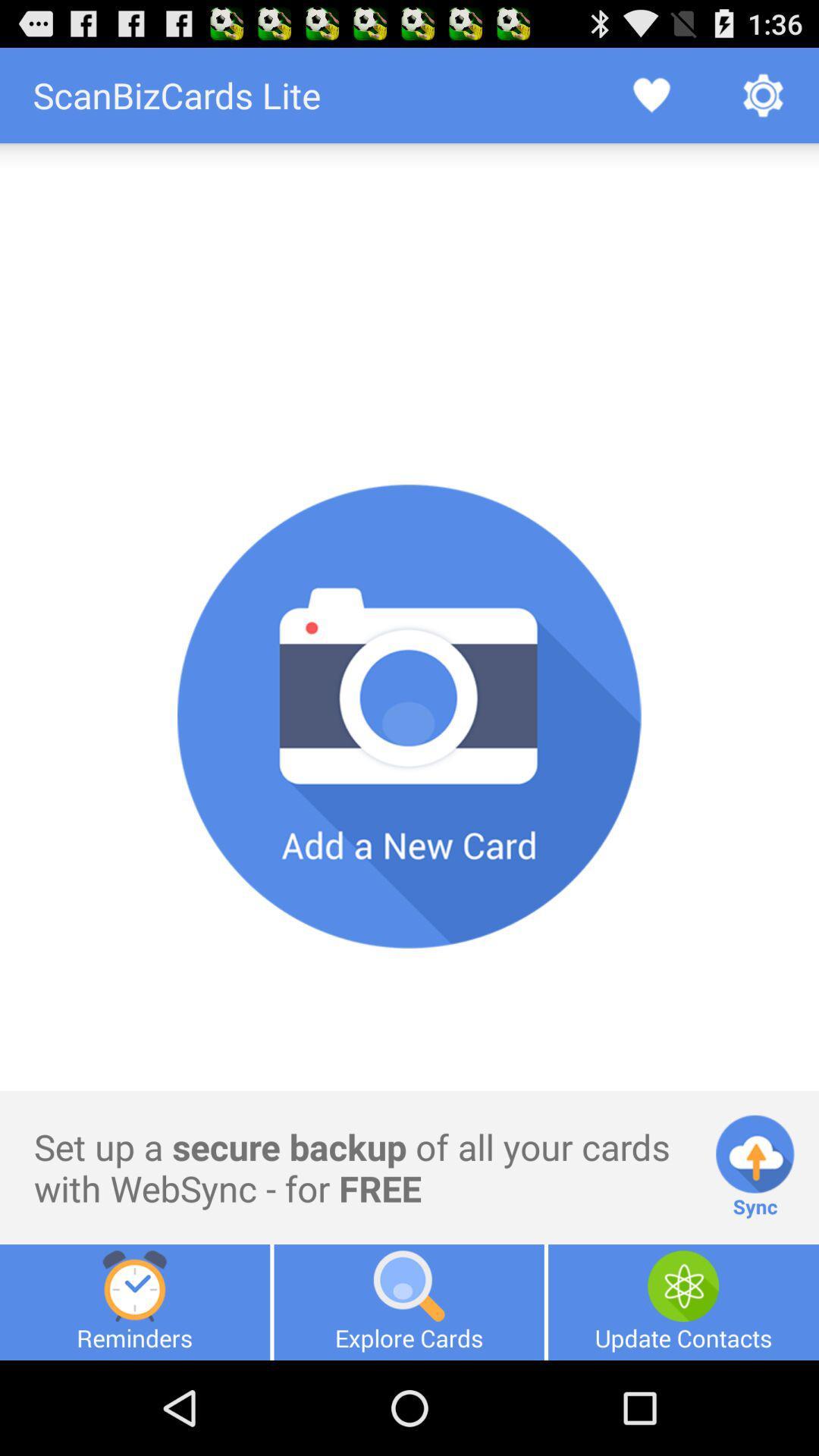  Describe the element at coordinates (408, 1301) in the screenshot. I see `item next to reminders` at that location.